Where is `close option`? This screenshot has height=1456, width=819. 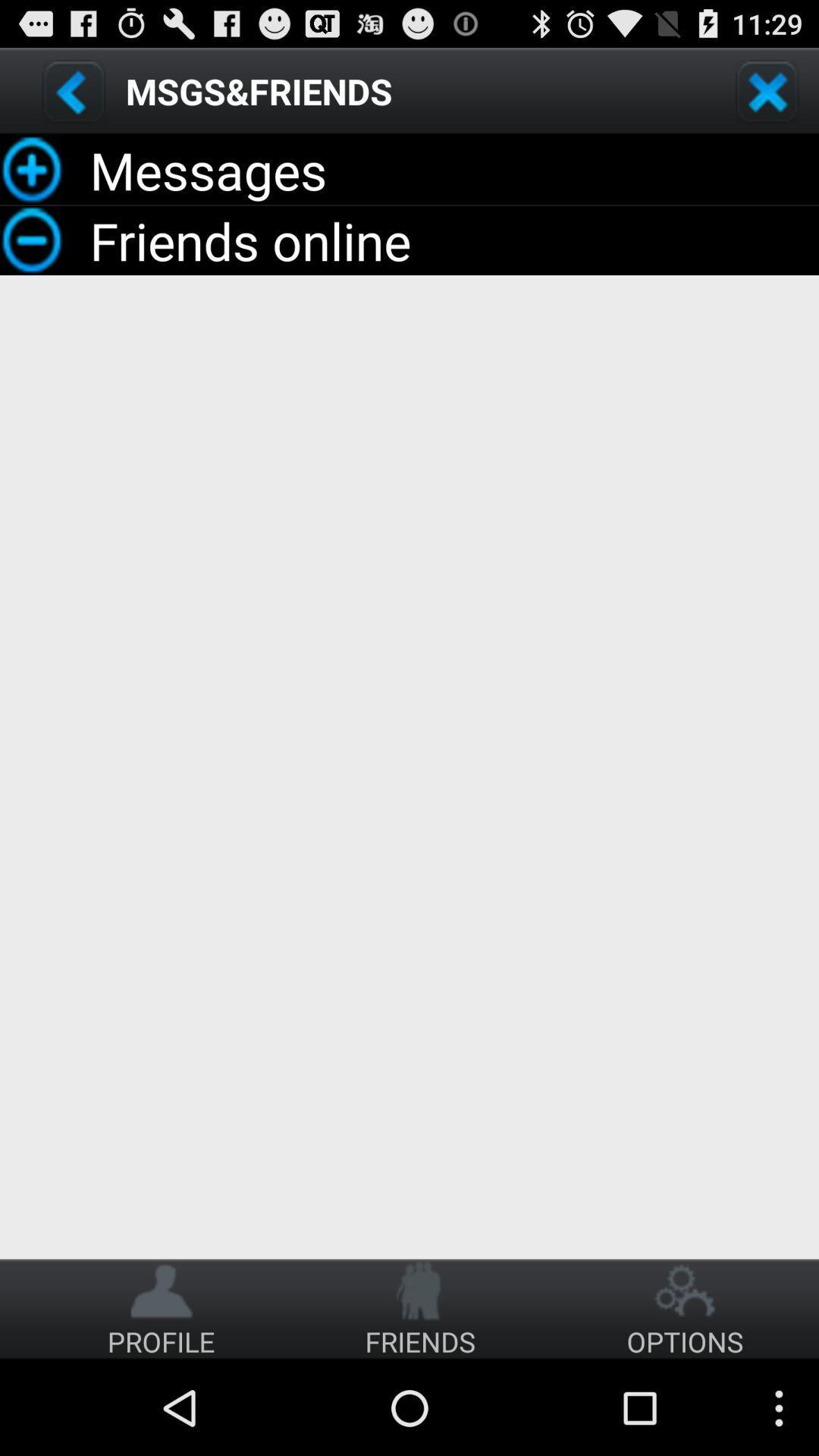
close option is located at coordinates (767, 90).